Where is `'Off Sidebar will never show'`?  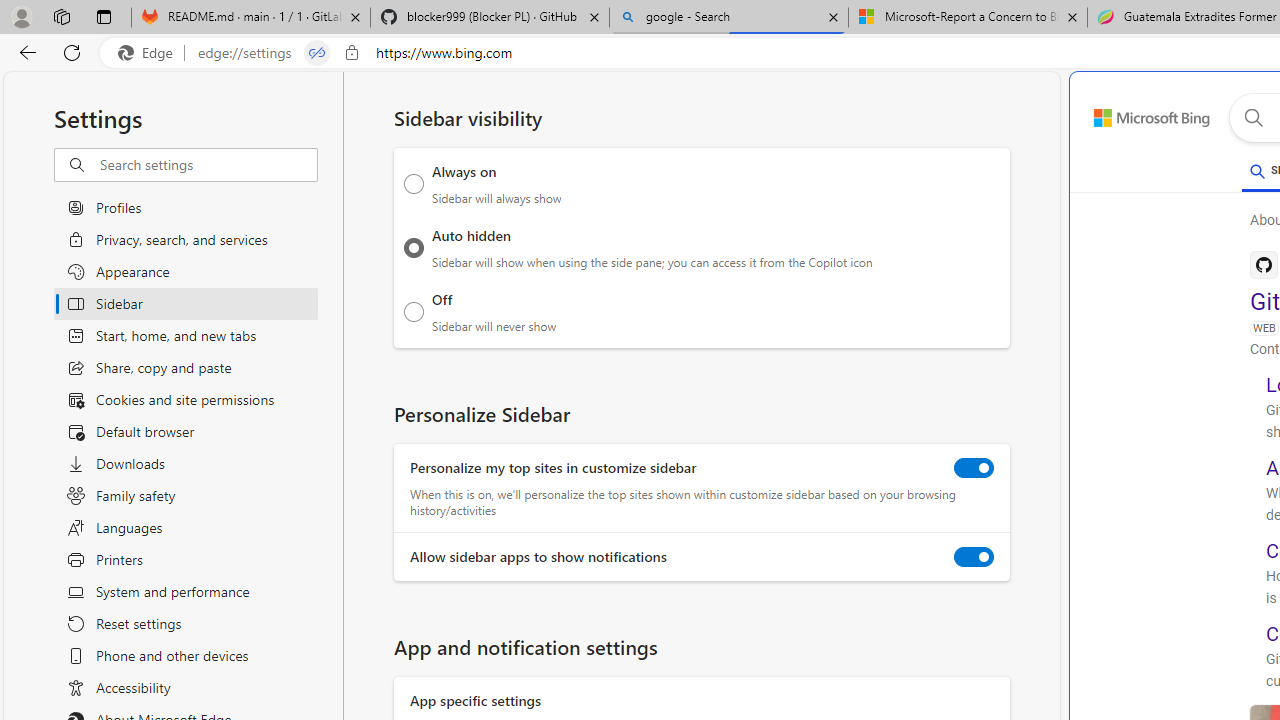
'Off Sidebar will never show' is located at coordinates (413, 311).